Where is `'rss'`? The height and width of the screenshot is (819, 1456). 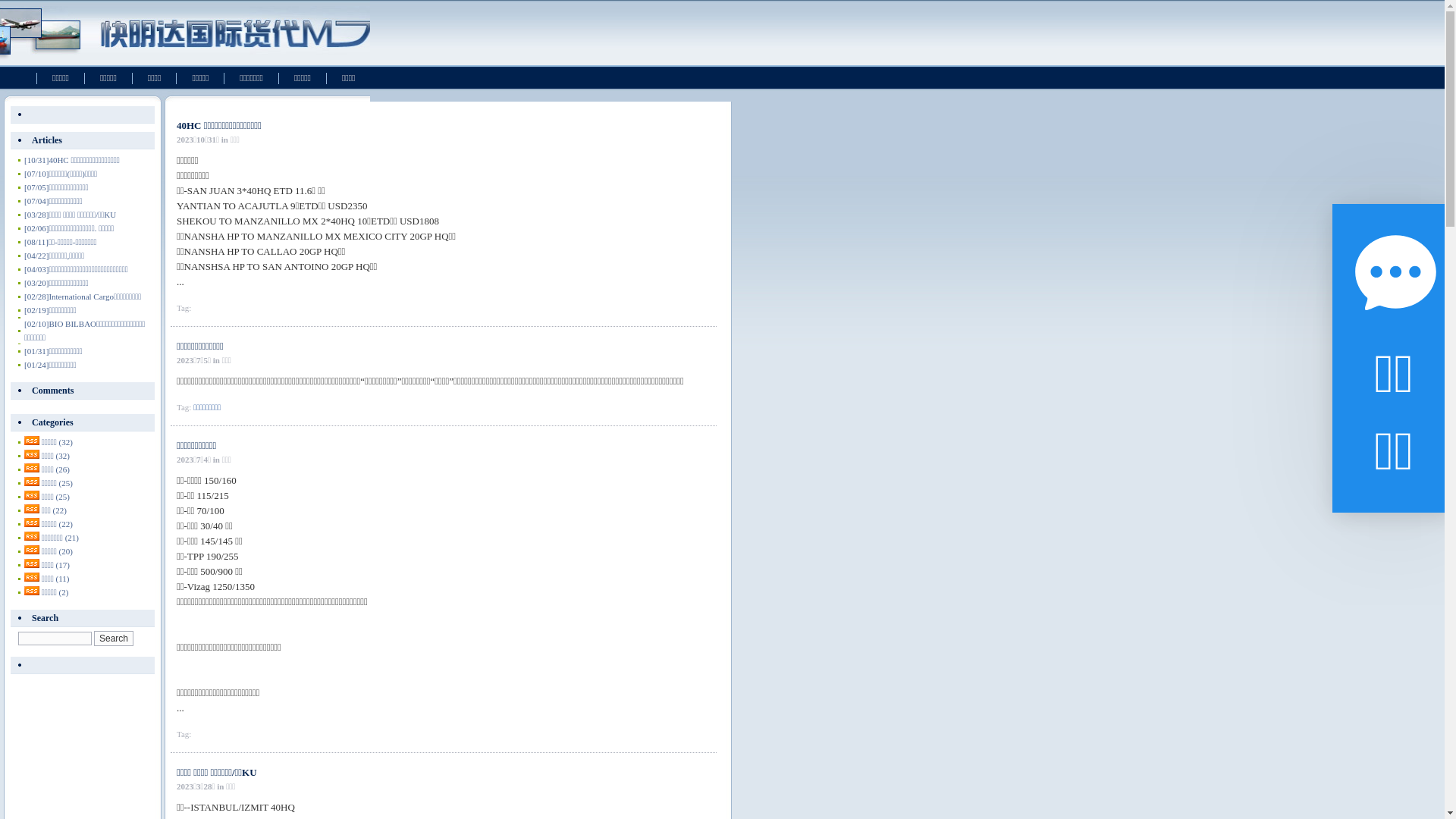 'rss' is located at coordinates (32, 509).